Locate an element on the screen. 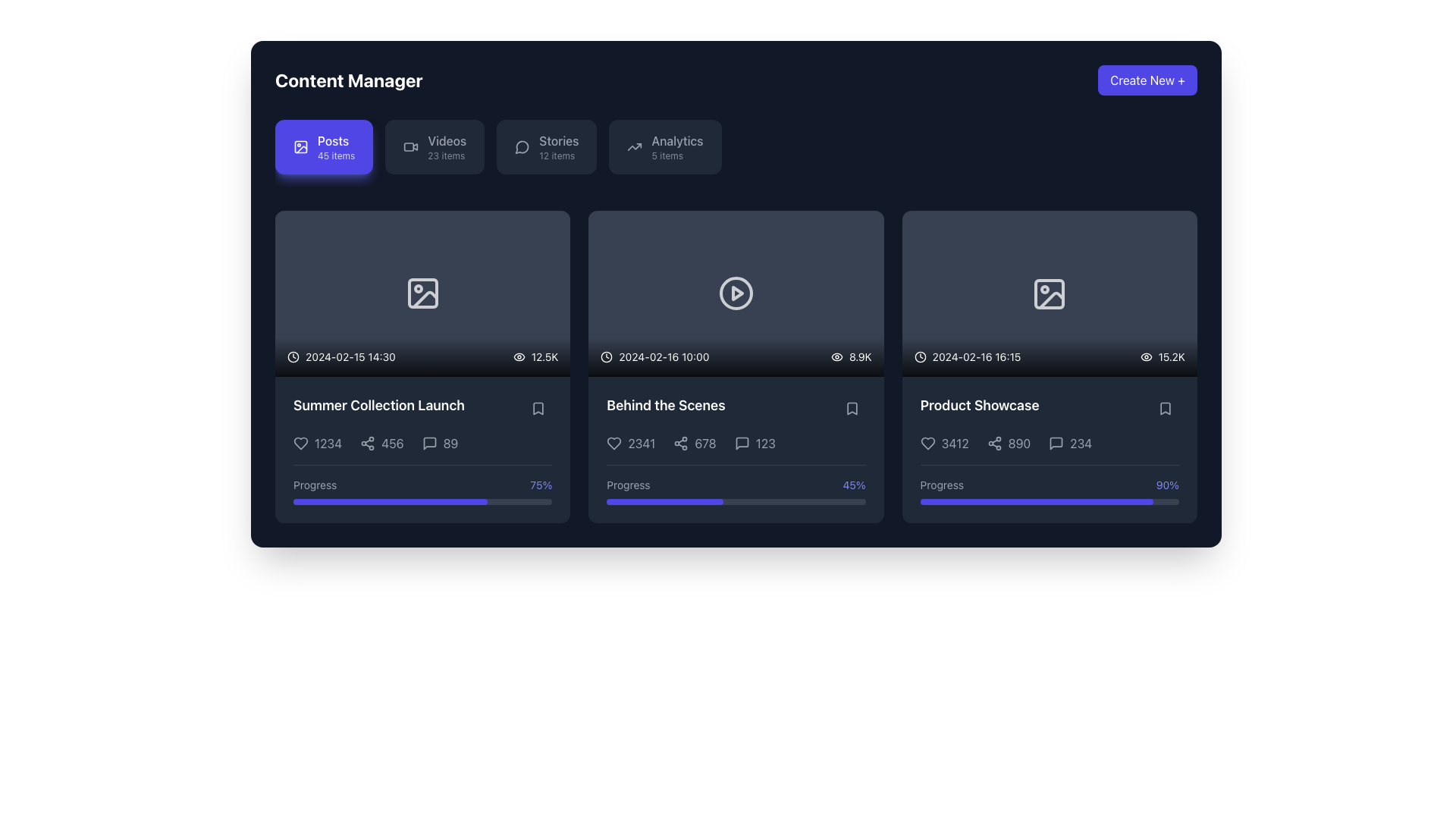 The width and height of the screenshot is (1456, 819). the 'Posts' button, which is a rectangular button with rounded corners, vibrant indigo background, an image frame icon on the left, and white text displaying 'Posts' and '45 items' is located at coordinates (323, 146).